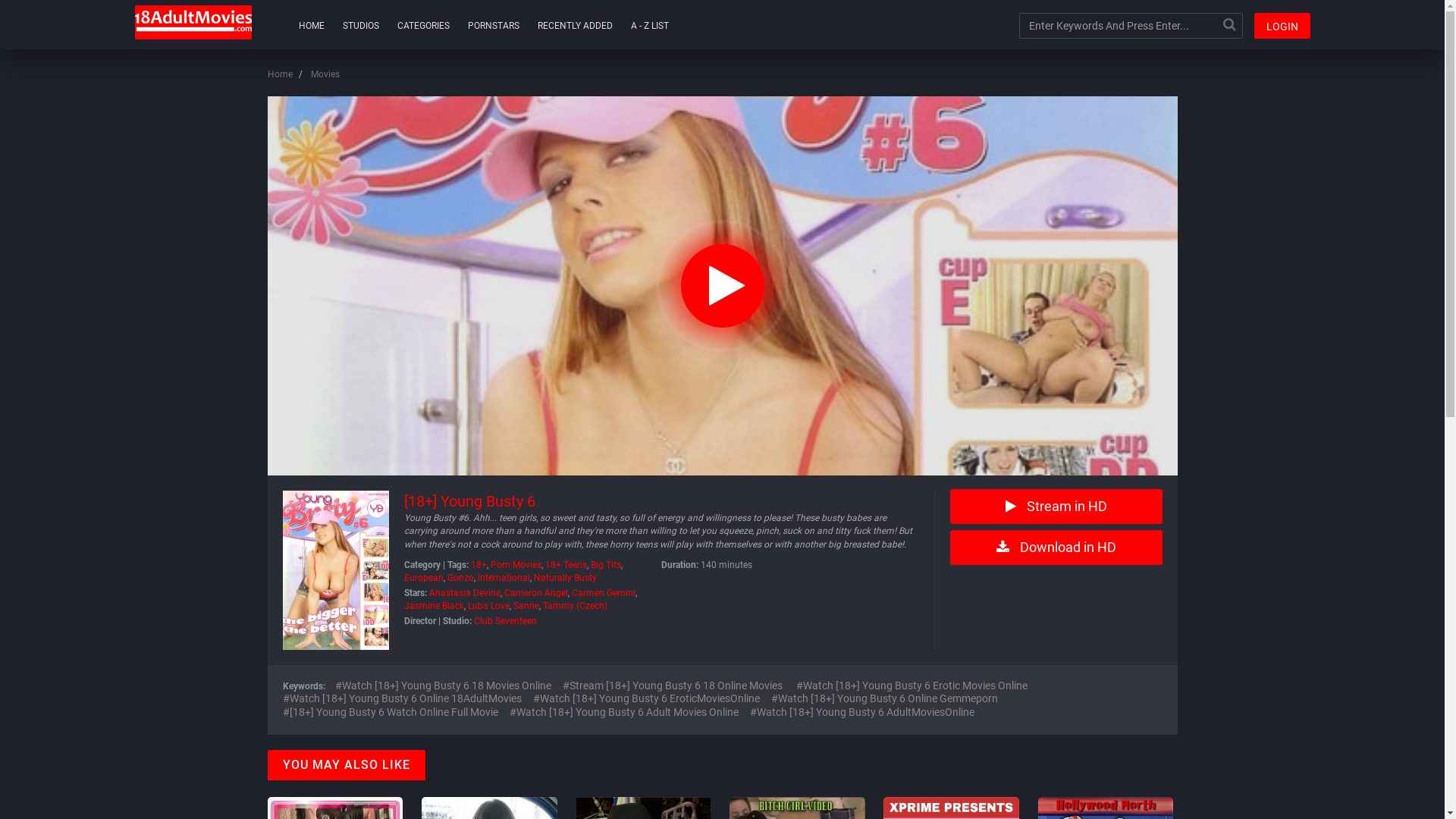 This screenshot has height=819, width=1456. Describe the element at coordinates (515, 564) in the screenshot. I see `'Porn Movies'` at that location.